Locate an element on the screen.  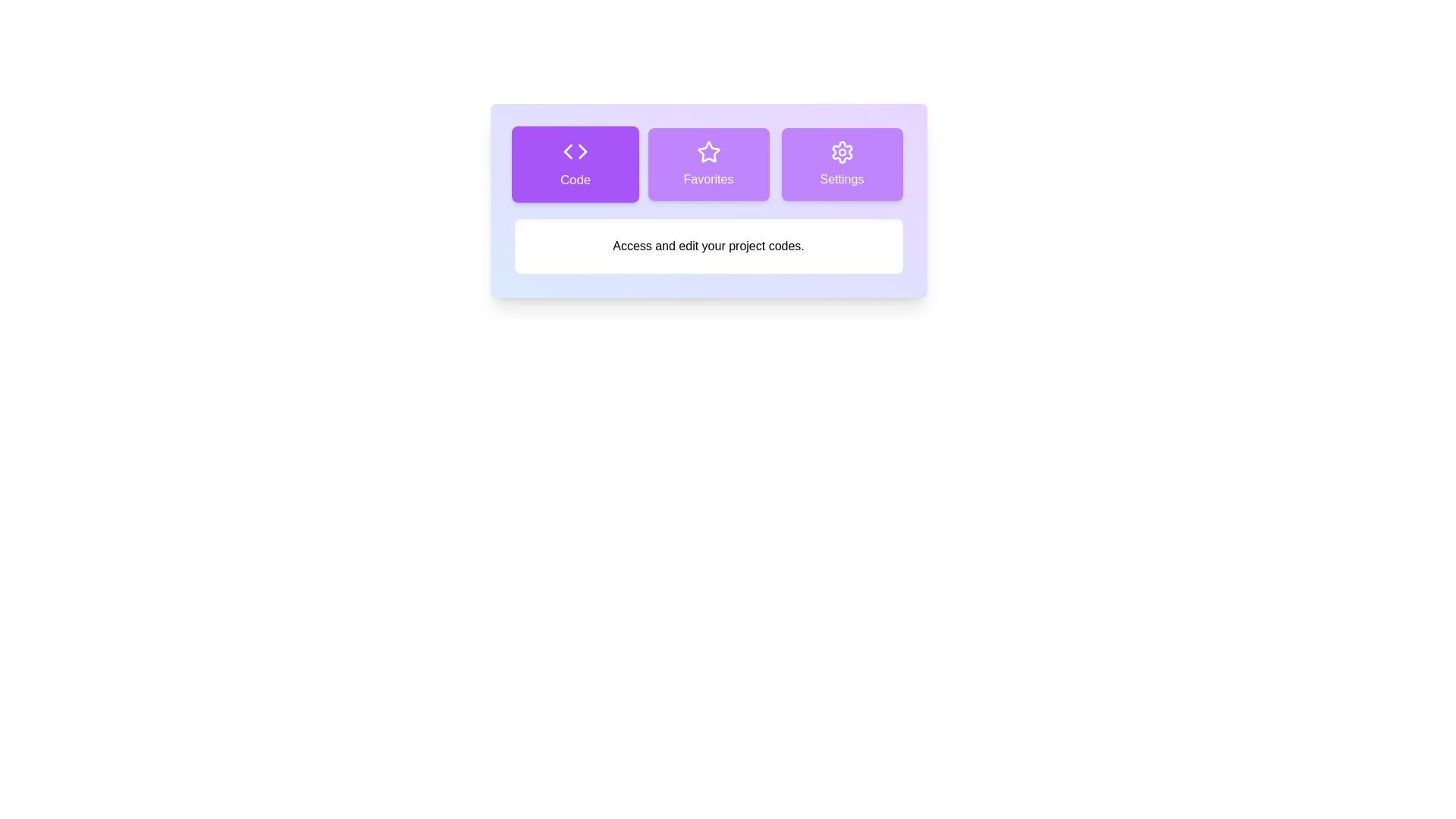
the text label that reads 'Code', which is styled in white sans-serif font against a purple background is located at coordinates (574, 180).